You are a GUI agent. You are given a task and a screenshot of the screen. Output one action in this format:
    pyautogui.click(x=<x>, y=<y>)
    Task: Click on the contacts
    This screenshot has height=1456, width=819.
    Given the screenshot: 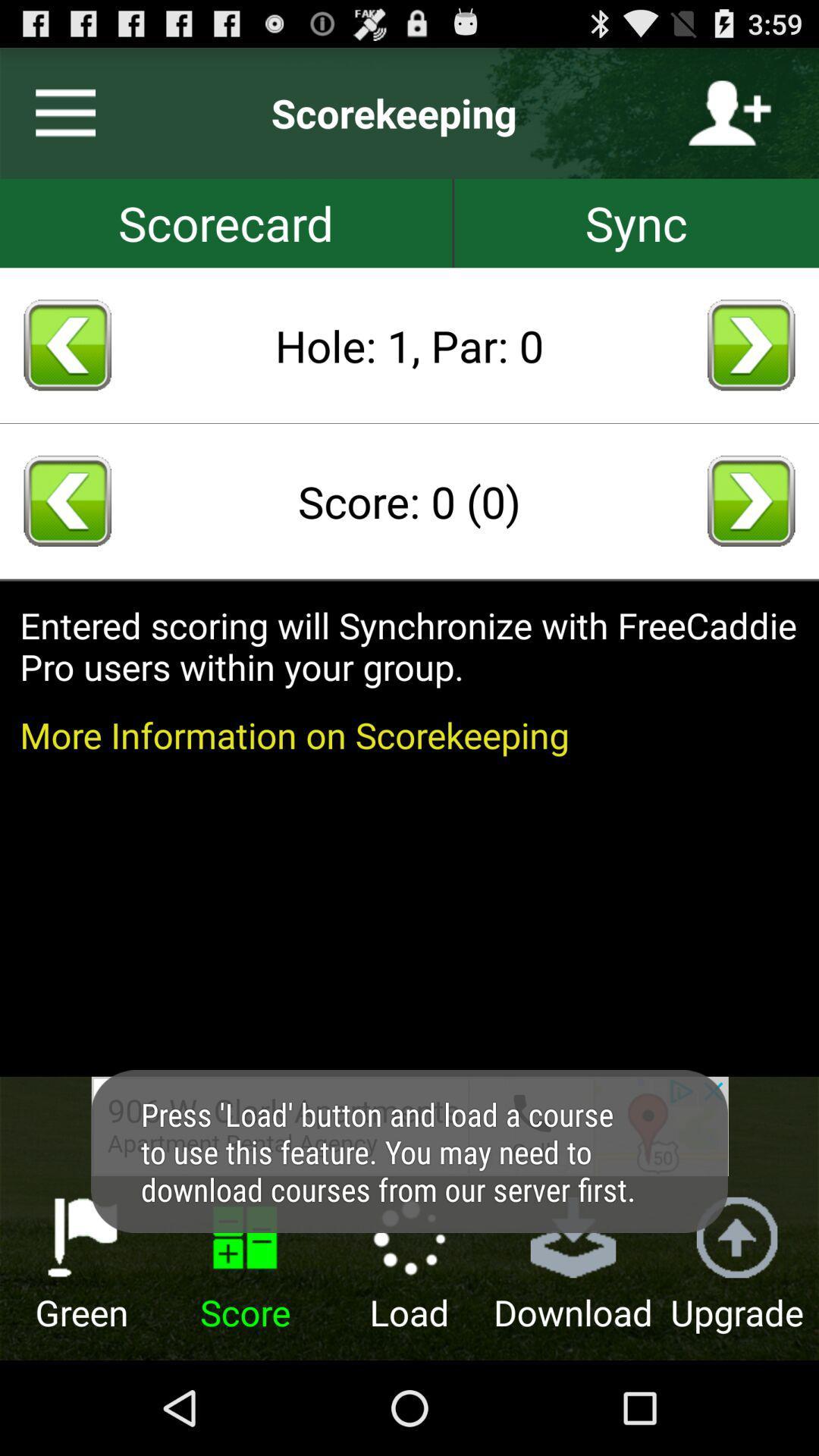 What is the action you would take?
    pyautogui.click(x=729, y=112)
    